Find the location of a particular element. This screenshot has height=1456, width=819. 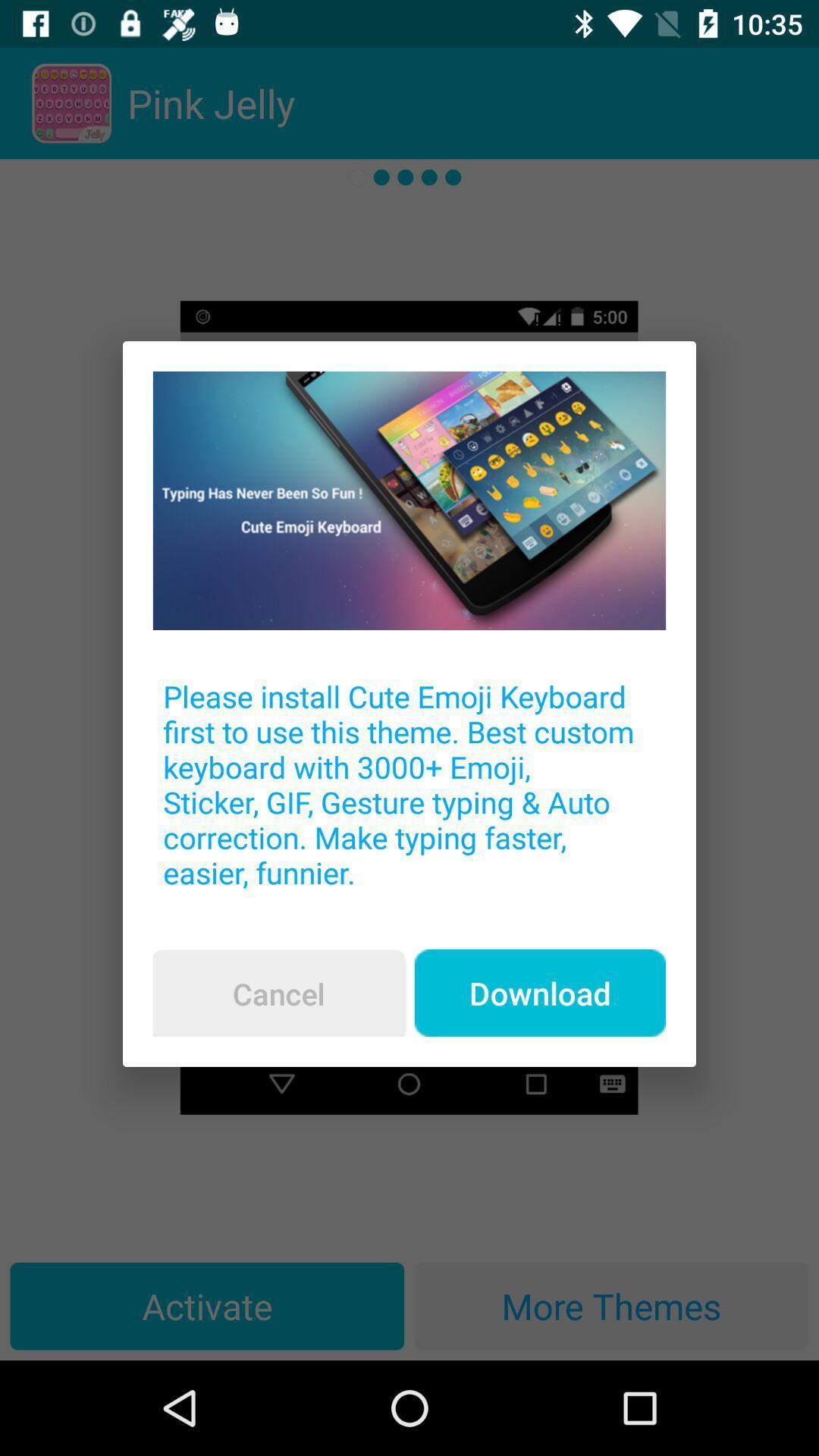

the icon below the please install cute is located at coordinates (539, 993).